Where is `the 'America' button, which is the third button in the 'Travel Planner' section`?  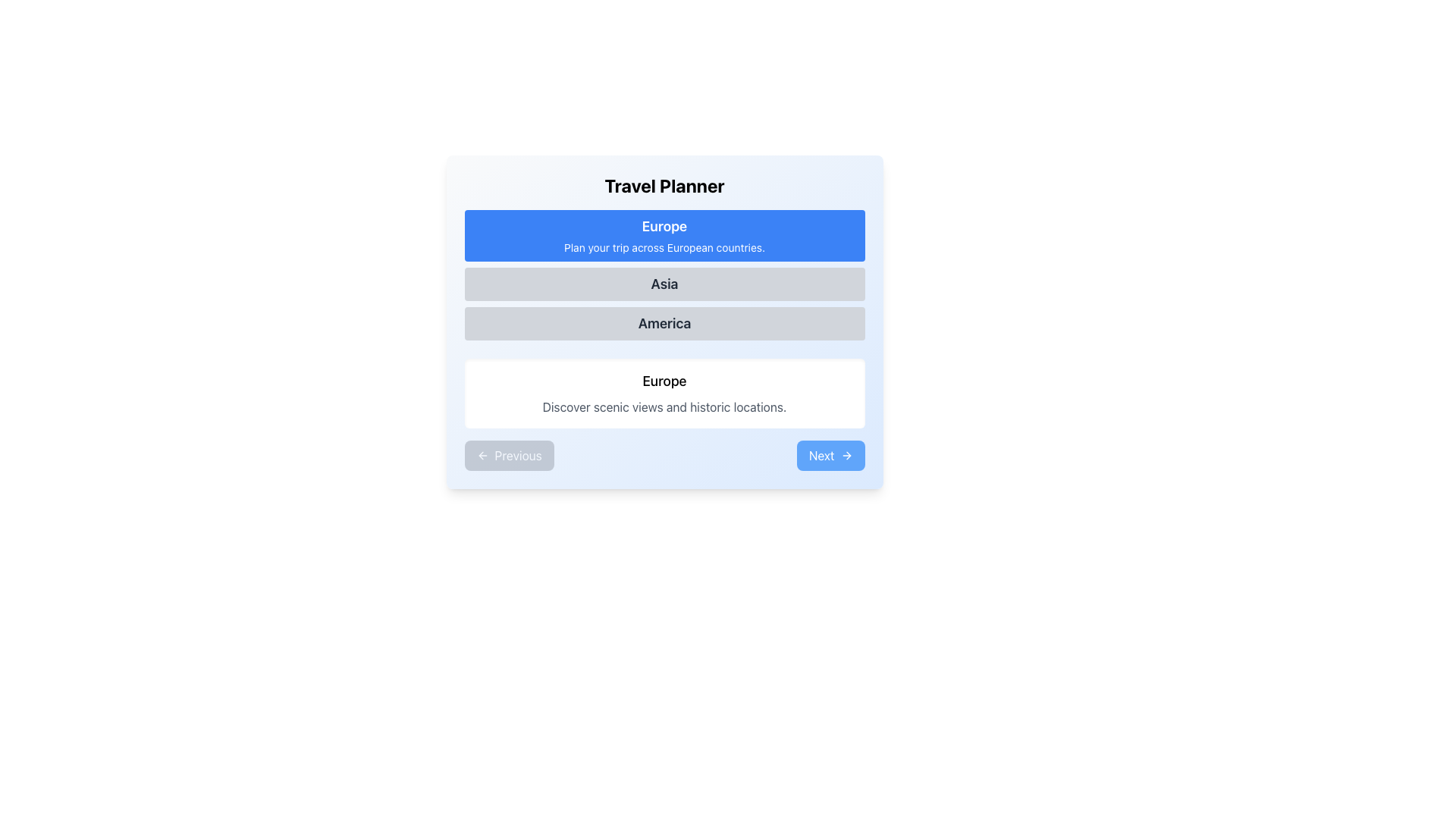 the 'America' button, which is the third button in the 'Travel Planner' section is located at coordinates (664, 323).